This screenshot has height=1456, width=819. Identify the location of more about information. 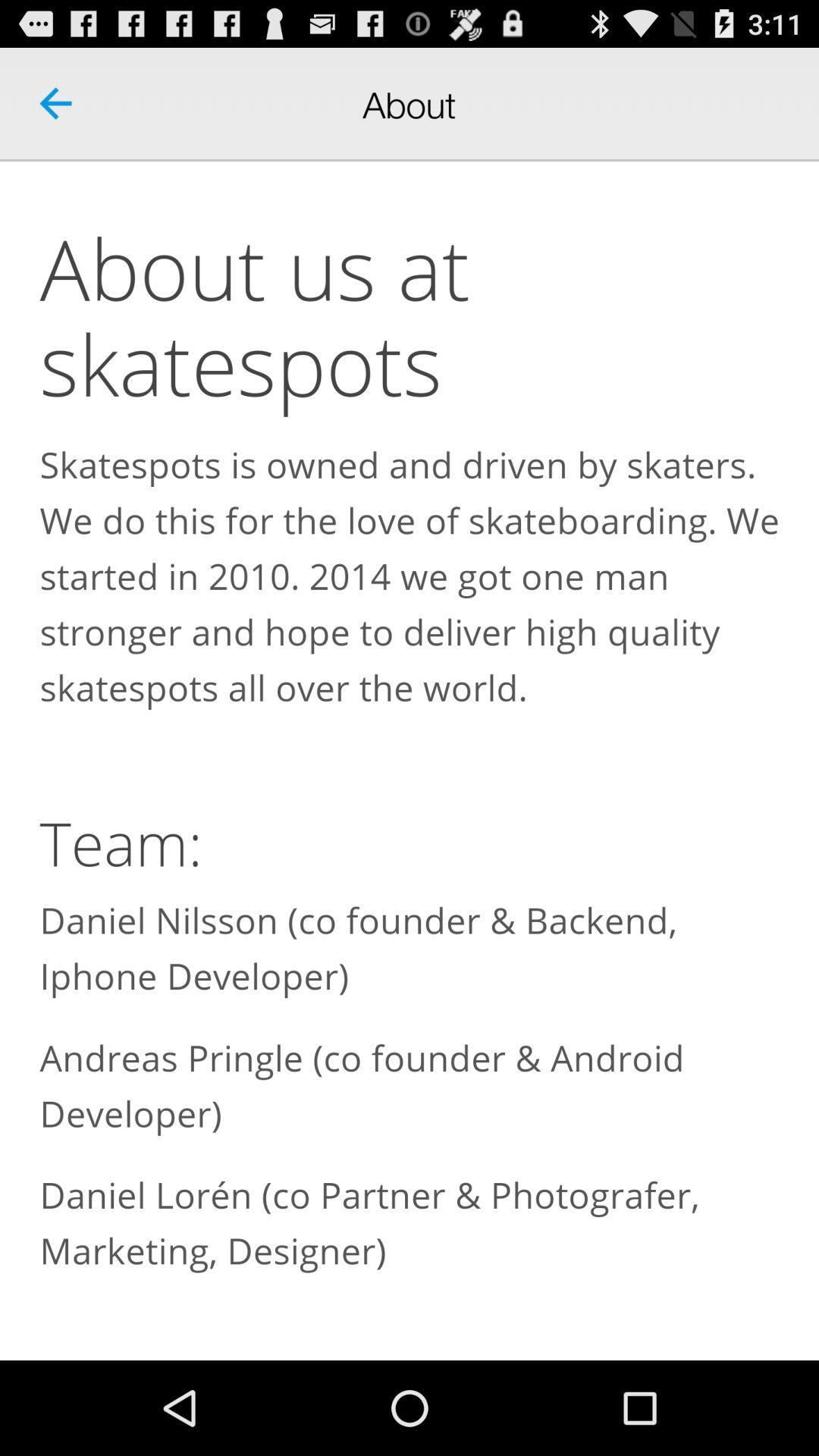
(409, 761).